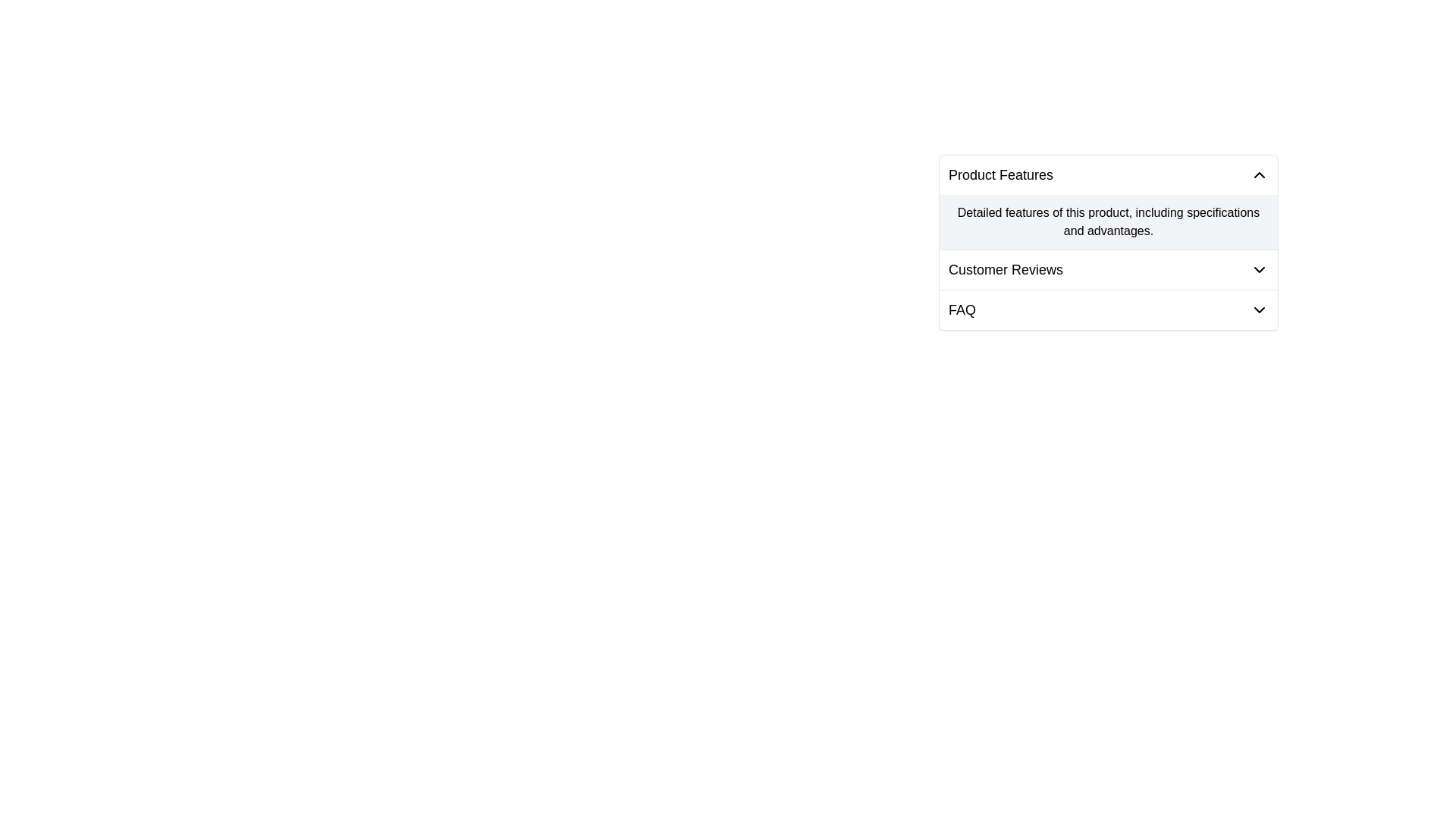 This screenshot has width=1456, height=819. What do you see at coordinates (1109, 268) in the screenshot?
I see `the interactive header or toggle button for customer reviews` at bounding box center [1109, 268].